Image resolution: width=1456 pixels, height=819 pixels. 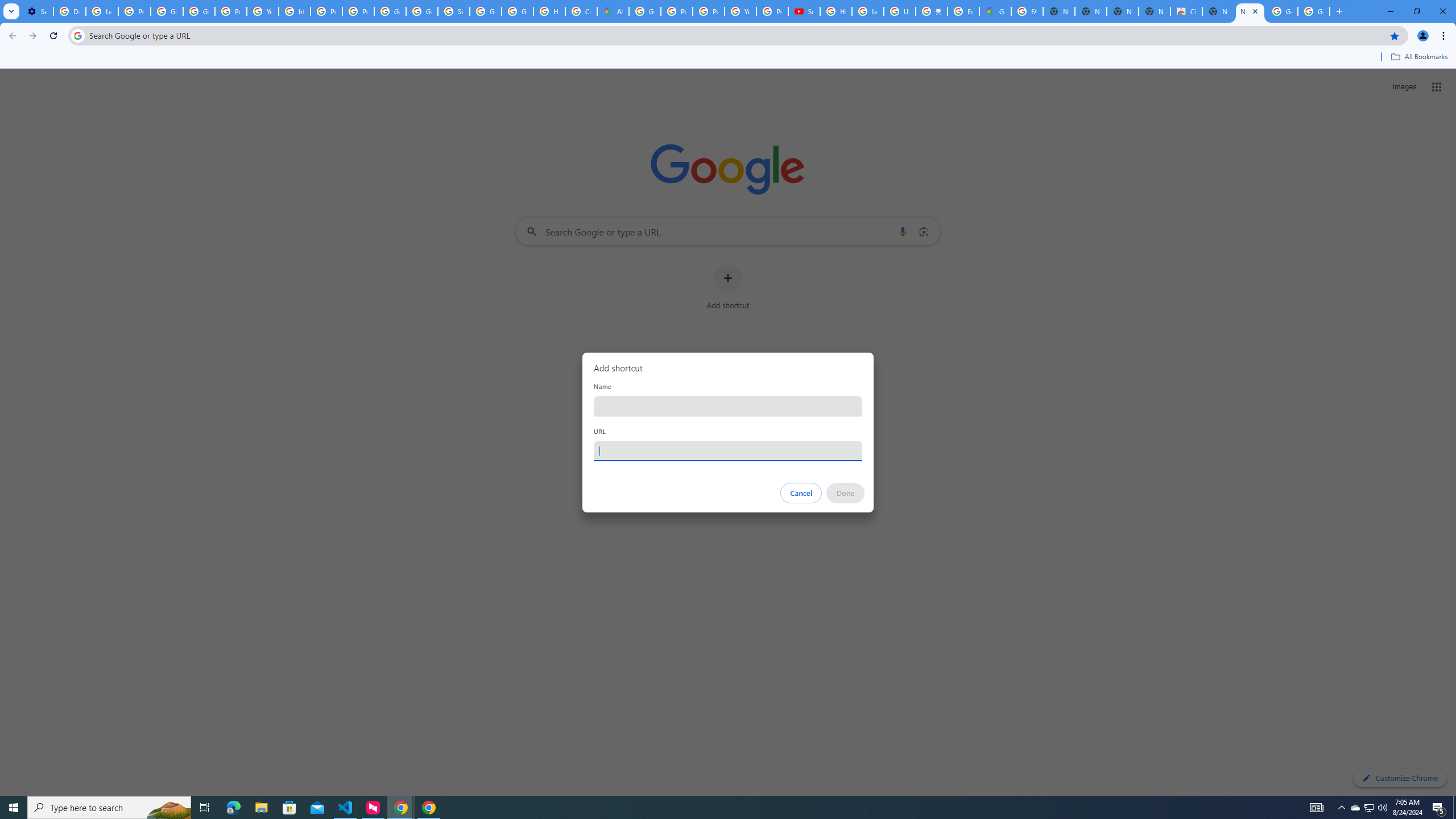 What do you see at coordinates (37, 11) in the screenshot?
I see `'Settings - Performance'` at bounding box center [37, 11].